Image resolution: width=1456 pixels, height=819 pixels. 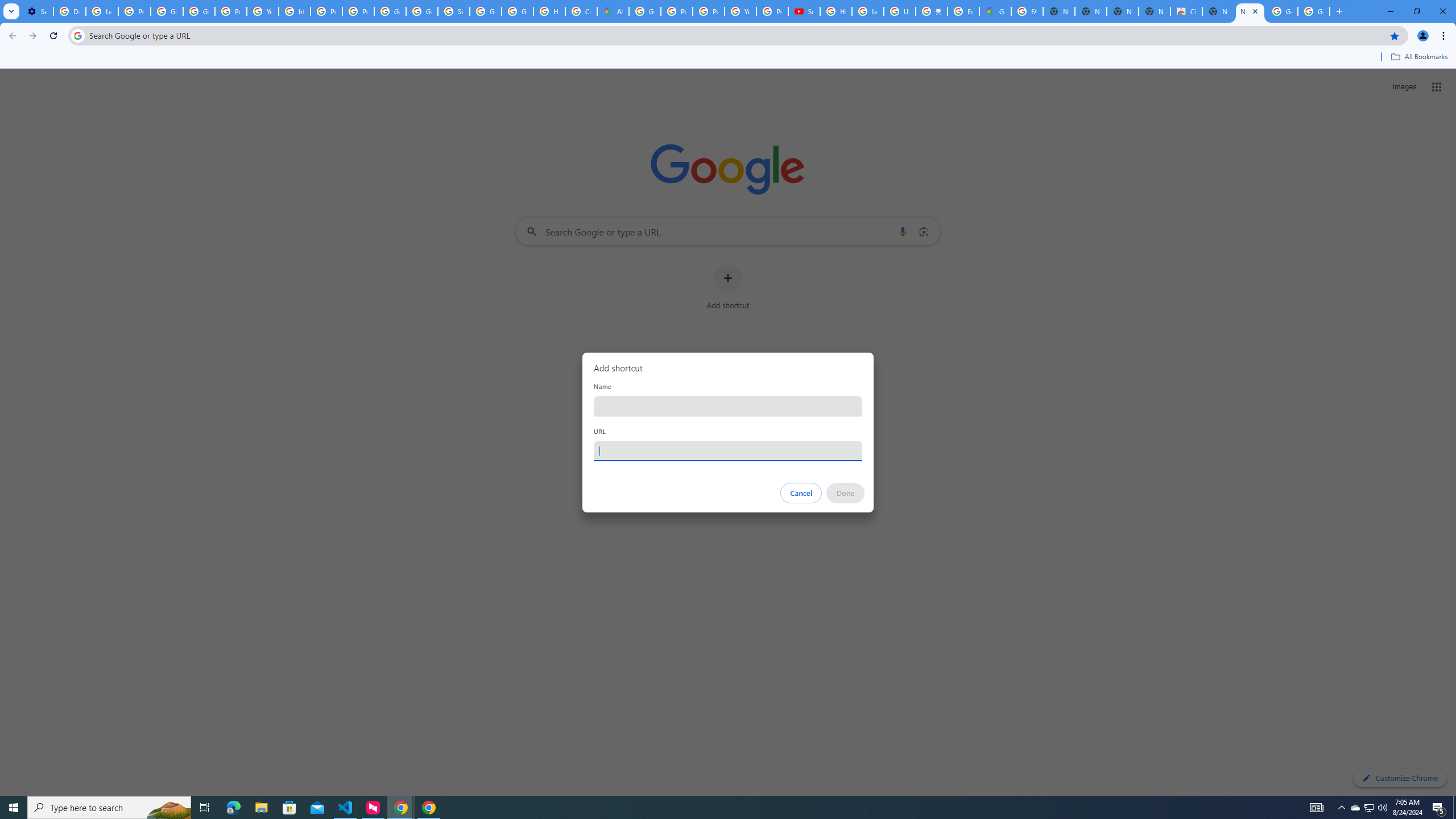 What do you see at coordinates (37, 11) in the screenshot?
I see `'Settings - Performance'` at bounding box center [37, 11].